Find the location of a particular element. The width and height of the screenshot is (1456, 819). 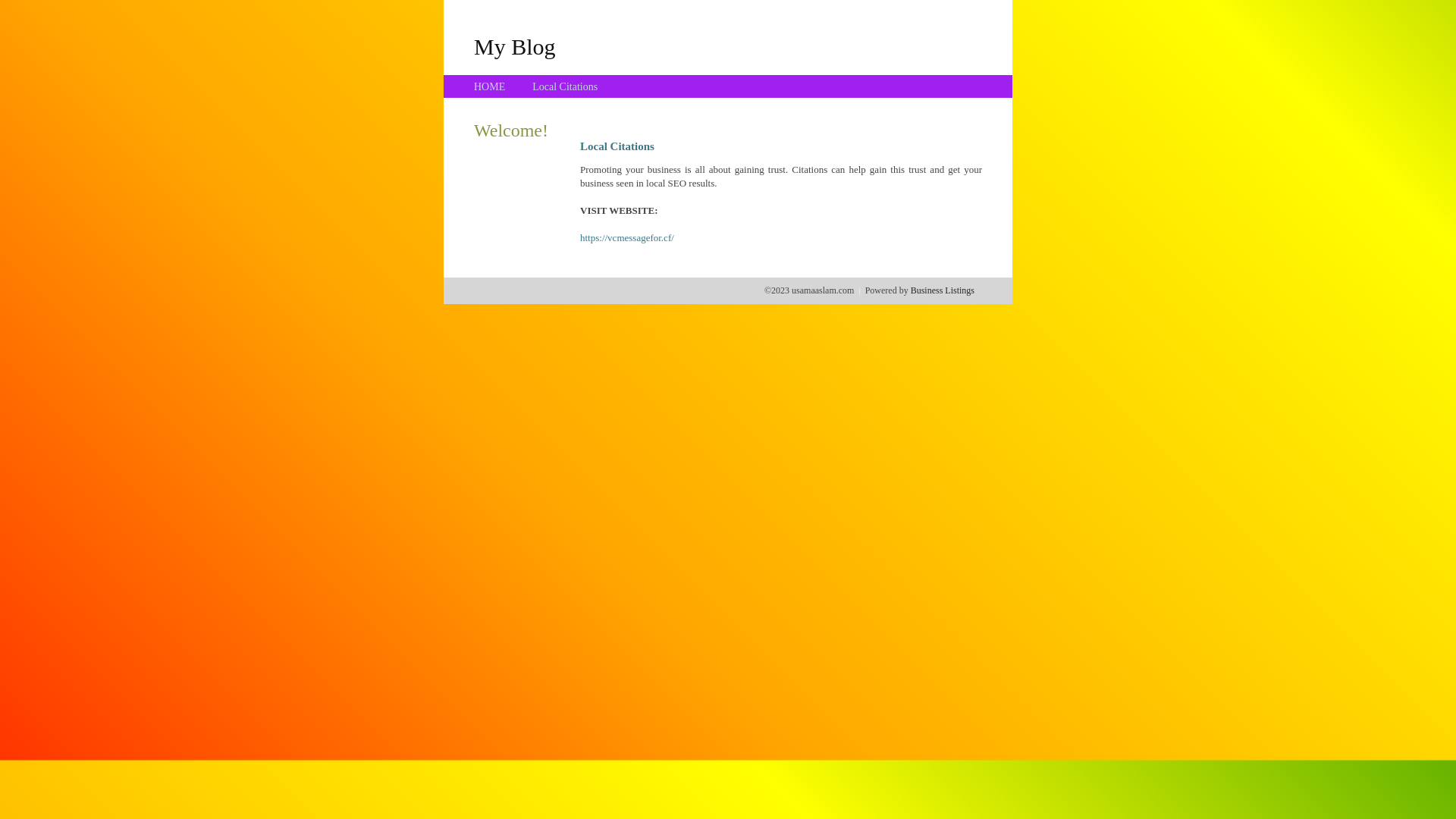

'Local Citations' is located at coordinates (563, 86).